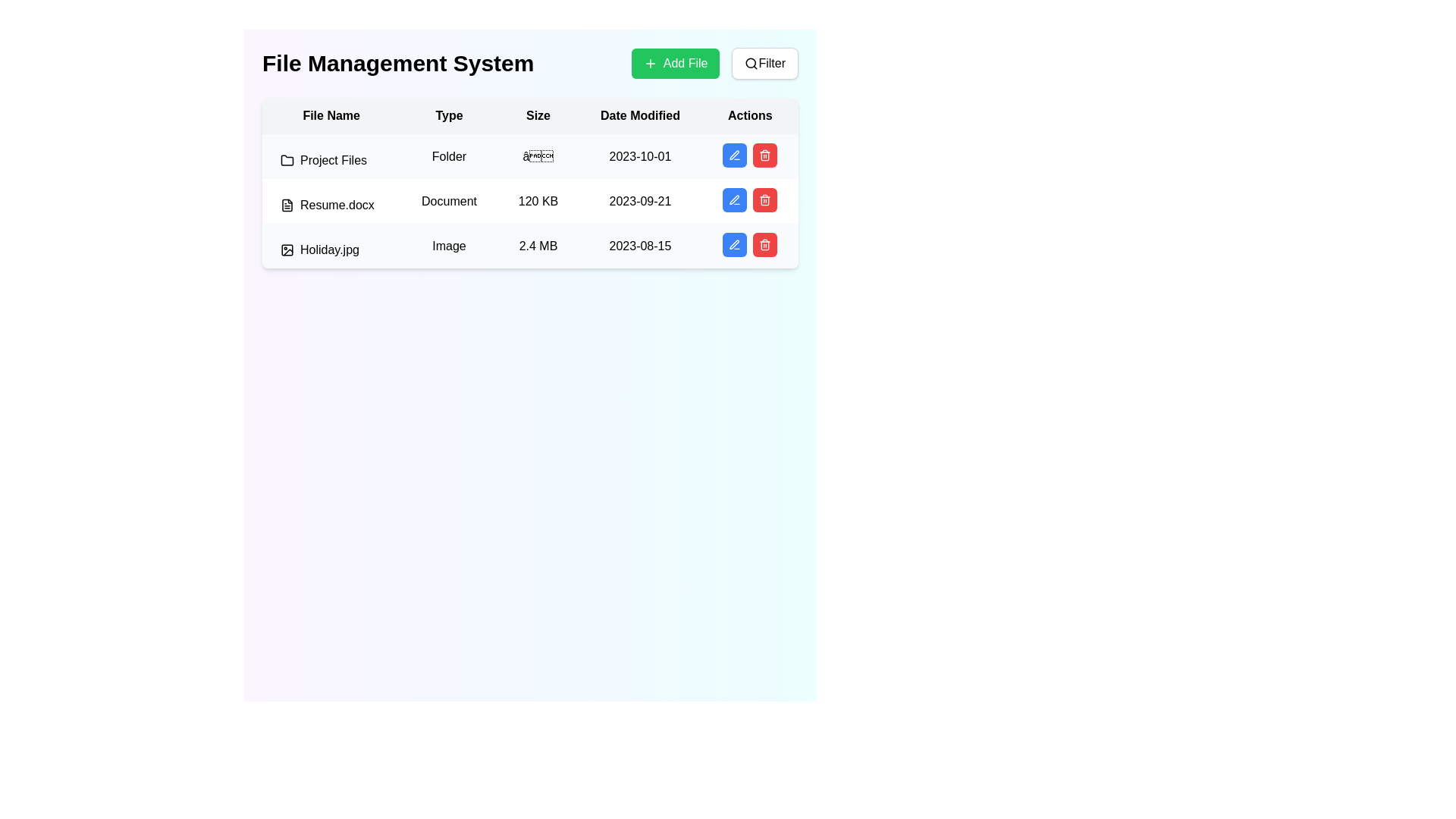  What do you see at coordinates (448, 115) in the screenshot?
I see `the 'Type' column header in the table to sort the entries by type, which is the second column header located between 'File Name' and 'Size'` at bounding box center [448, 115].